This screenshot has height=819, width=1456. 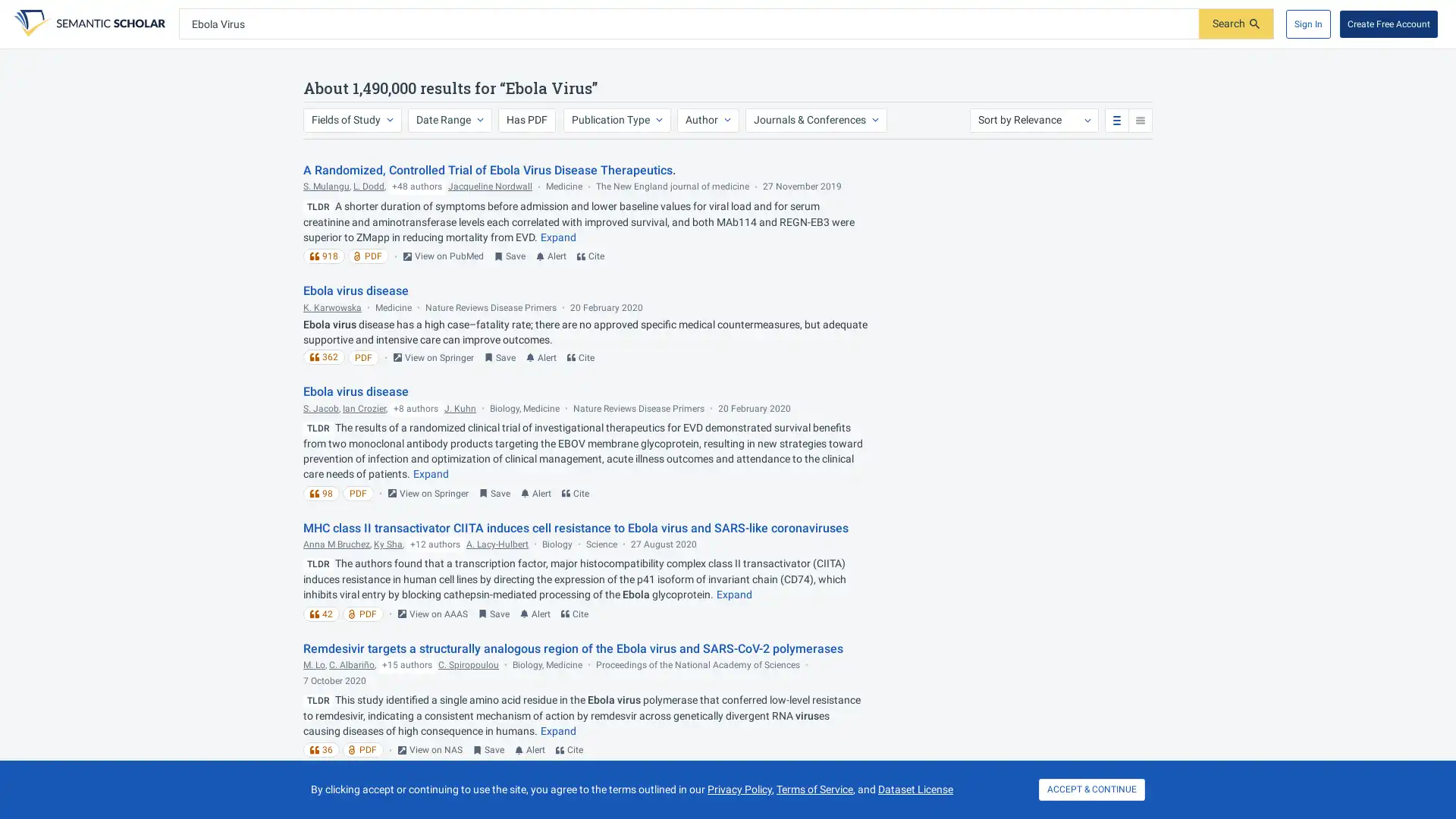 What do you see at coordinates (448, 119) in the screenshot?
I see `Date Range` at bounding box center [448, 119].